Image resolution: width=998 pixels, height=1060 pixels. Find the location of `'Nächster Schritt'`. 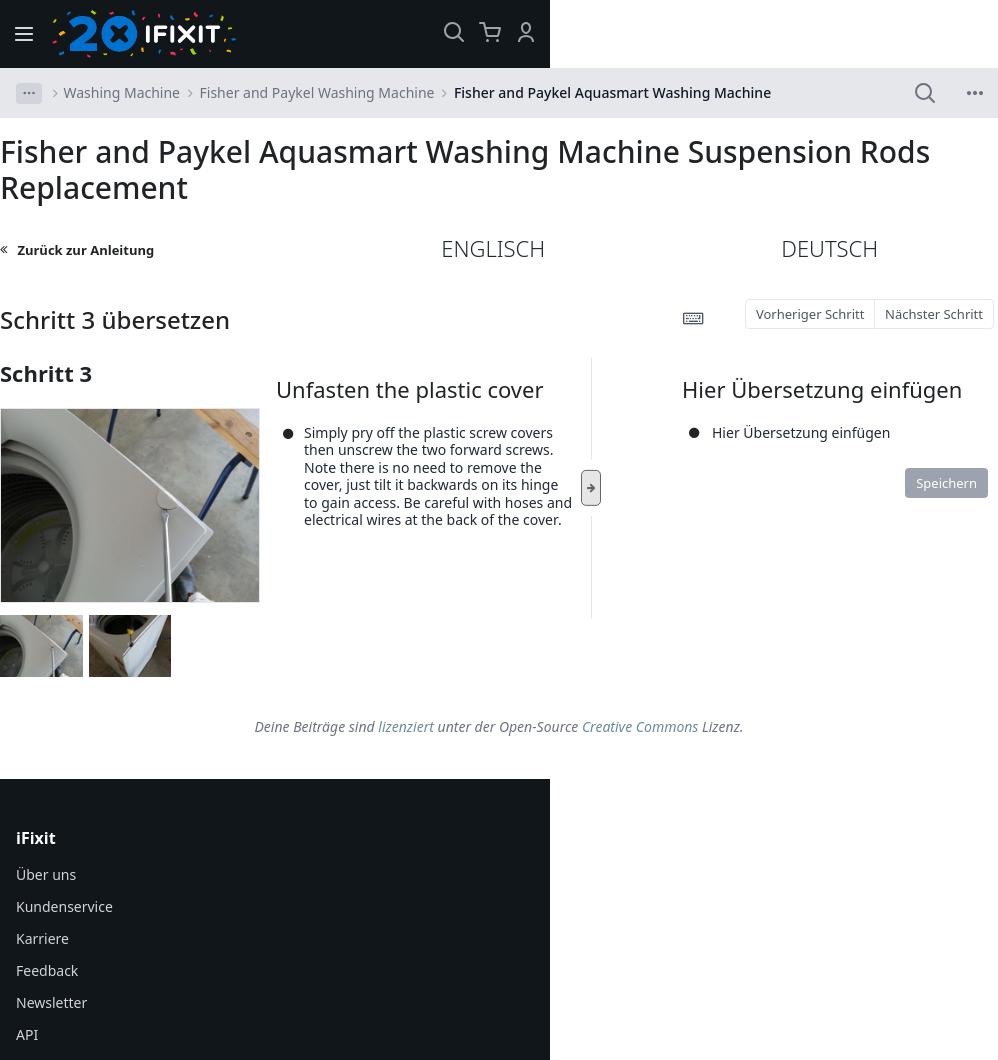

'Nächster Schritt' is located at coordinates (934, 313).